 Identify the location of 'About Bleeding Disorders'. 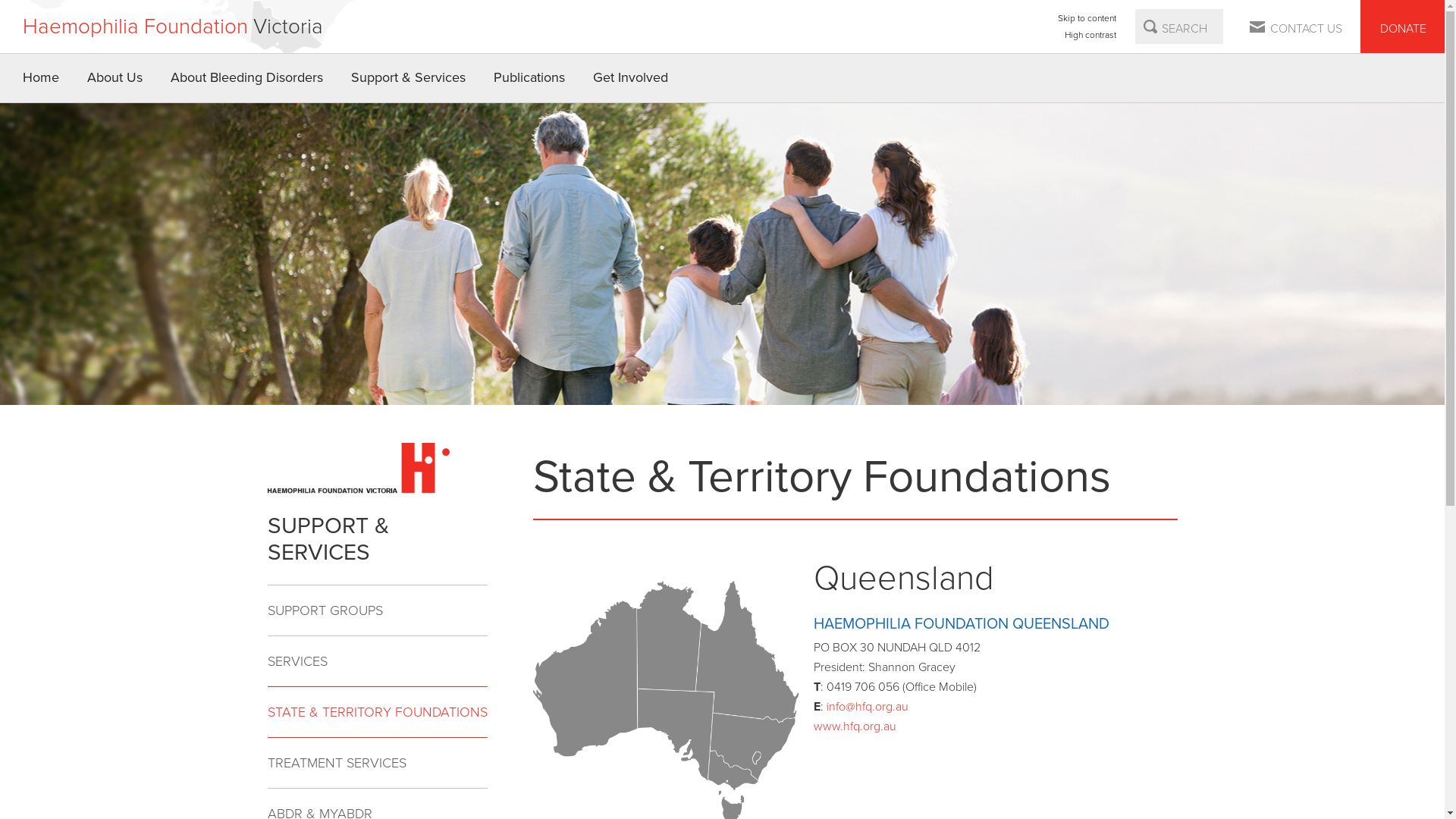
(247, 78).